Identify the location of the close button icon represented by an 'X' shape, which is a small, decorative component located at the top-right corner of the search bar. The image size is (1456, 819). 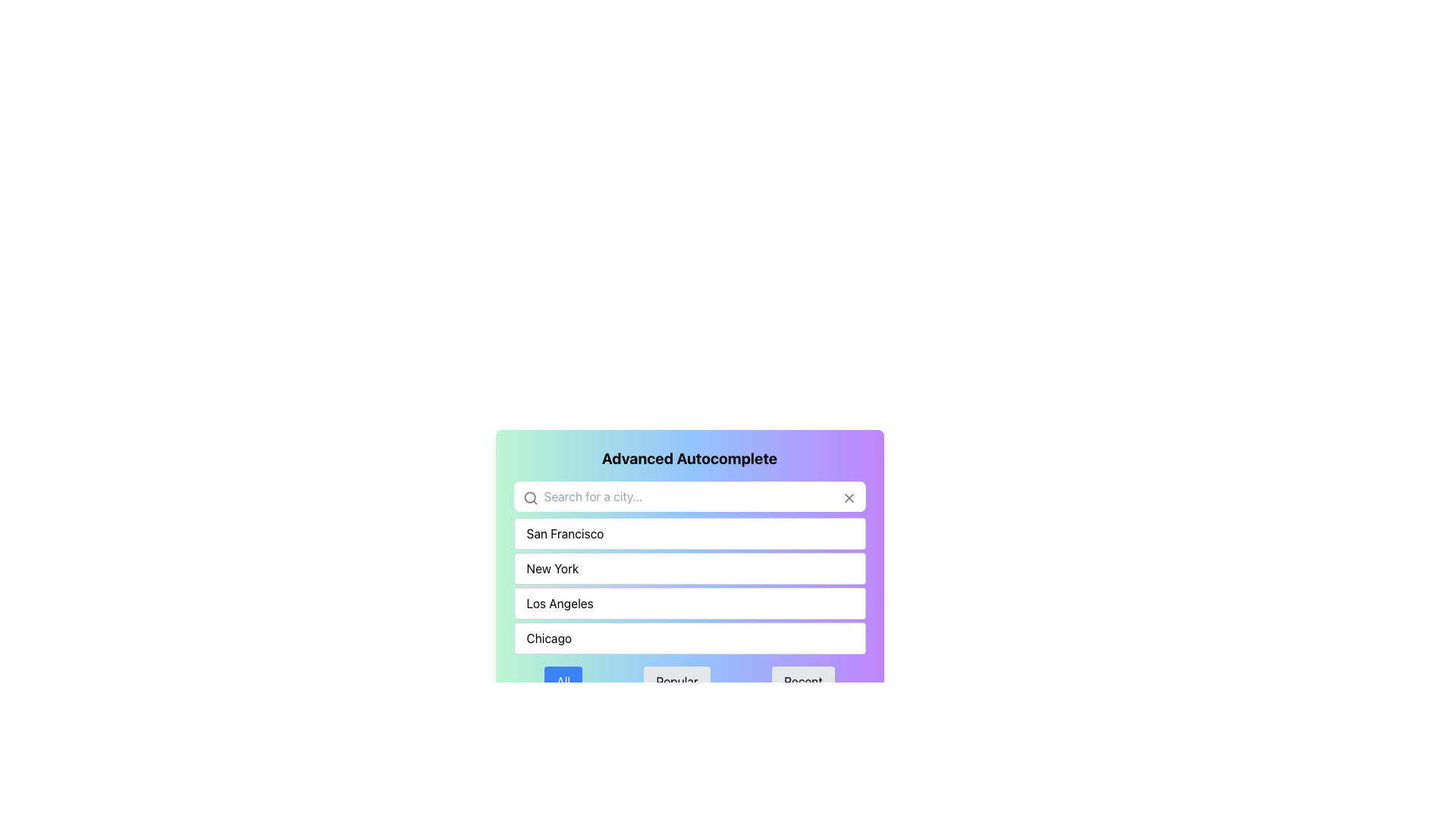
(848, 497).